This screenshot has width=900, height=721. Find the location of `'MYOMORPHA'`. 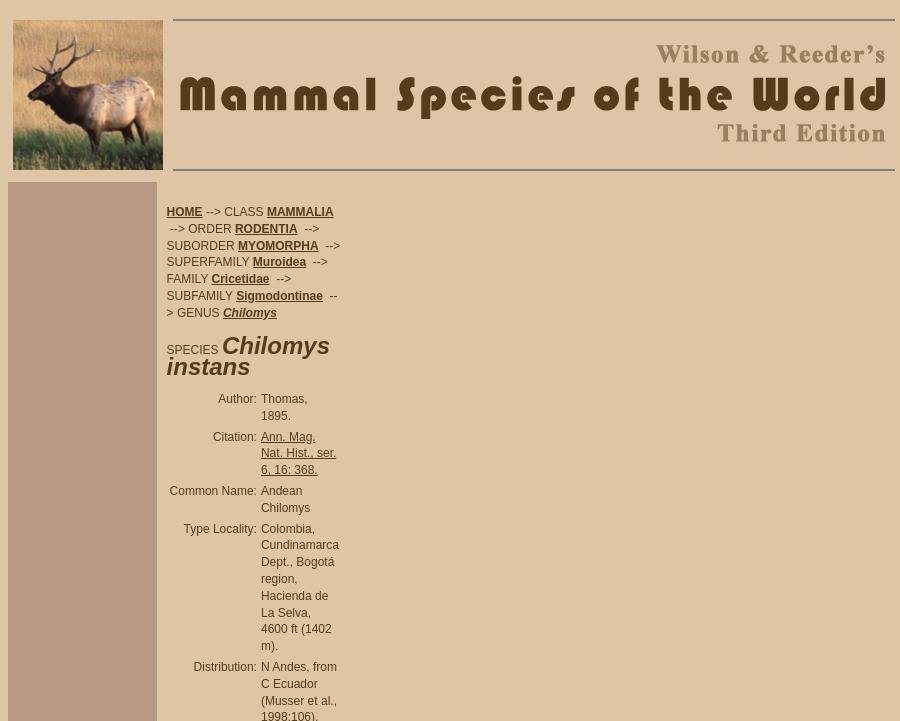

'MYOMORPHA' is located at coordinates (276, 244).